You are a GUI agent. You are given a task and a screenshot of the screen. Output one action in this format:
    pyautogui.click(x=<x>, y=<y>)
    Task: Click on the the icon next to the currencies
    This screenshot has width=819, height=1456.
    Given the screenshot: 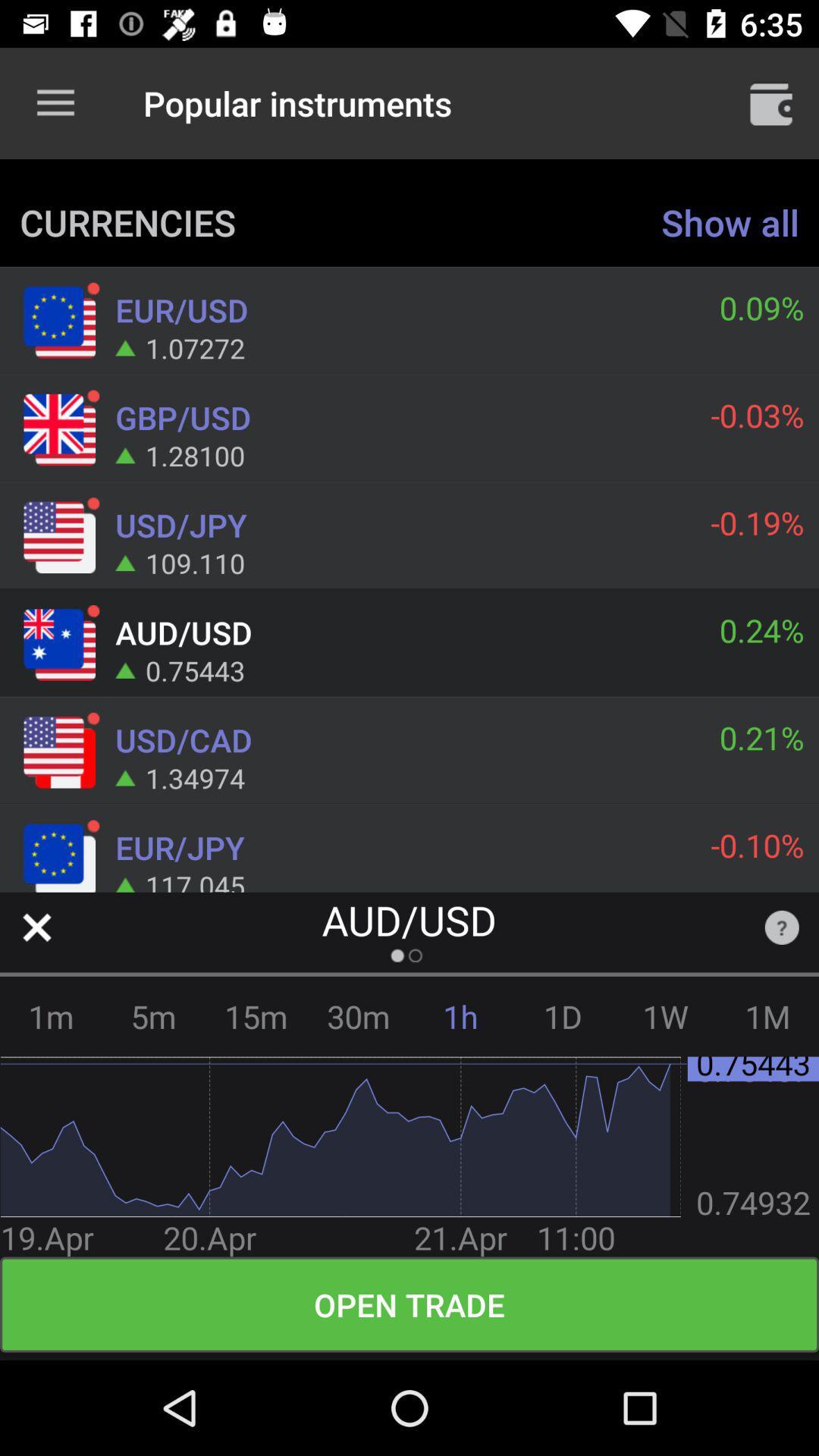 What is the action you would take?
    pyautogui.click(x=730, y=221)
    